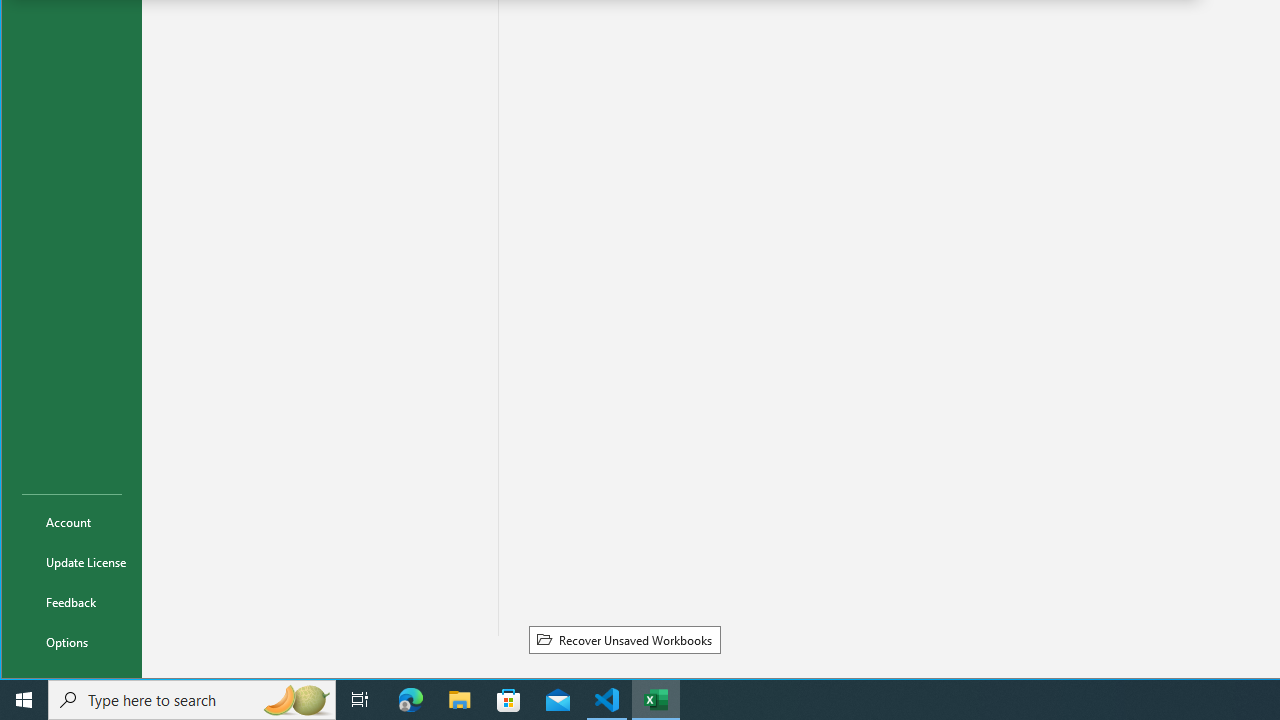 The image size is (1280, 720). What do you see at coordinates (192, 698) in the screenshot?
I see `'Type here to search'` at bounding box center [192, 698].